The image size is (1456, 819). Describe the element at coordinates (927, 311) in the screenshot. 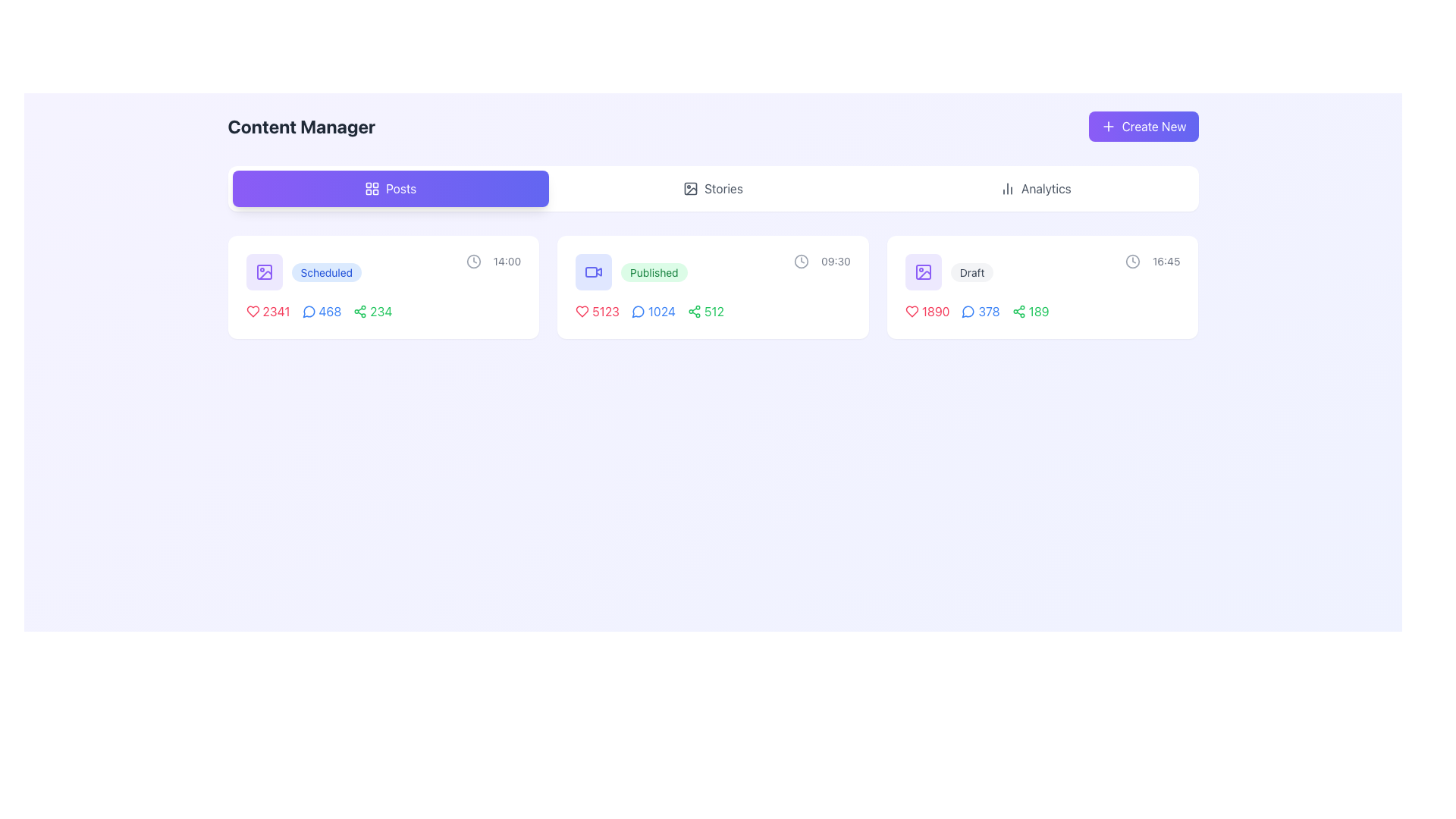

I see `the Text with heart icon representing the count of likes or reactions located in the lower row of the card labeled 'Draft', positioned towards the bottom-left area of the card` at that location.